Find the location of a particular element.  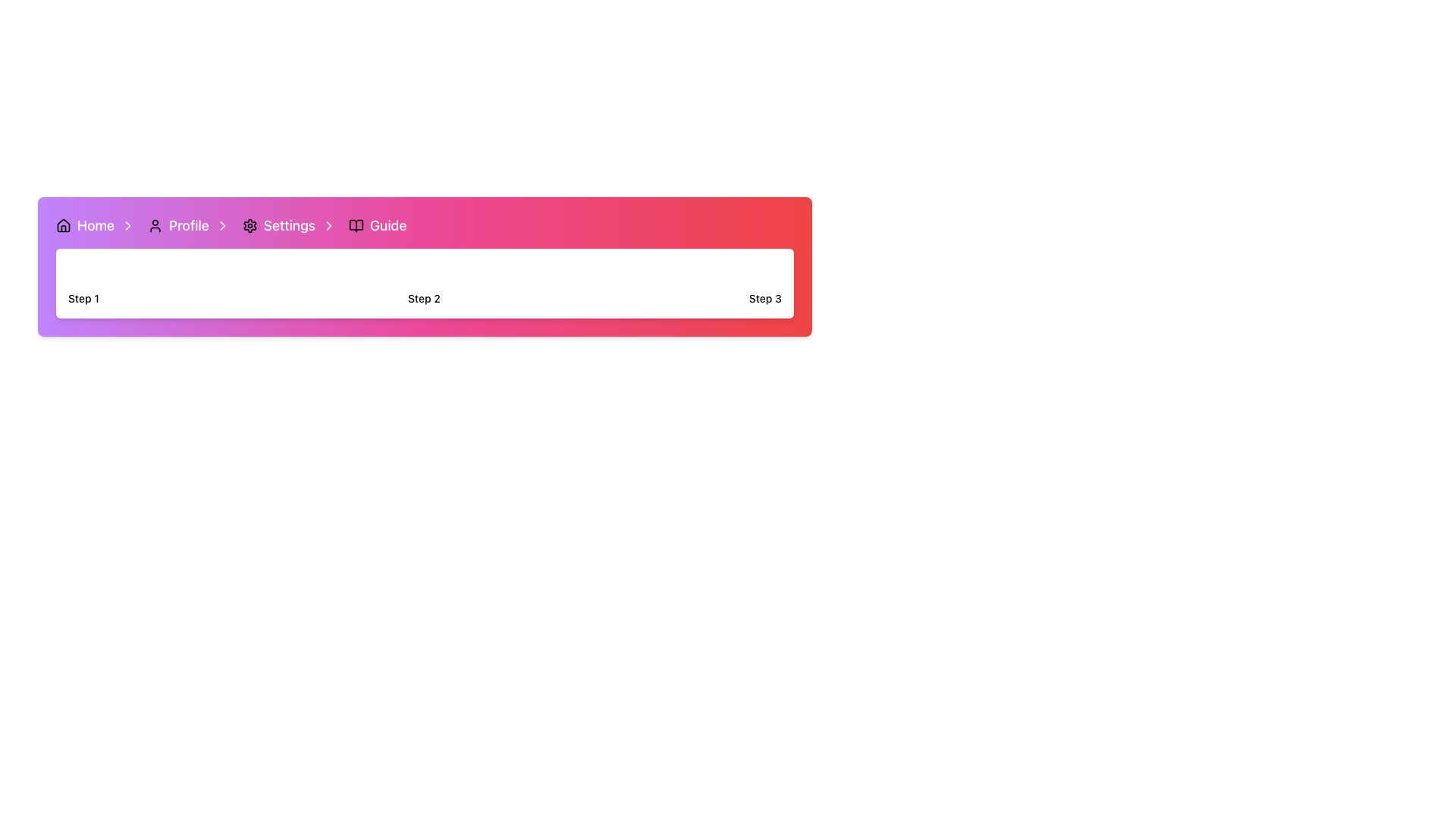

the gear icon button located in the horizontal menu bar is located at coordinates (249, 225).